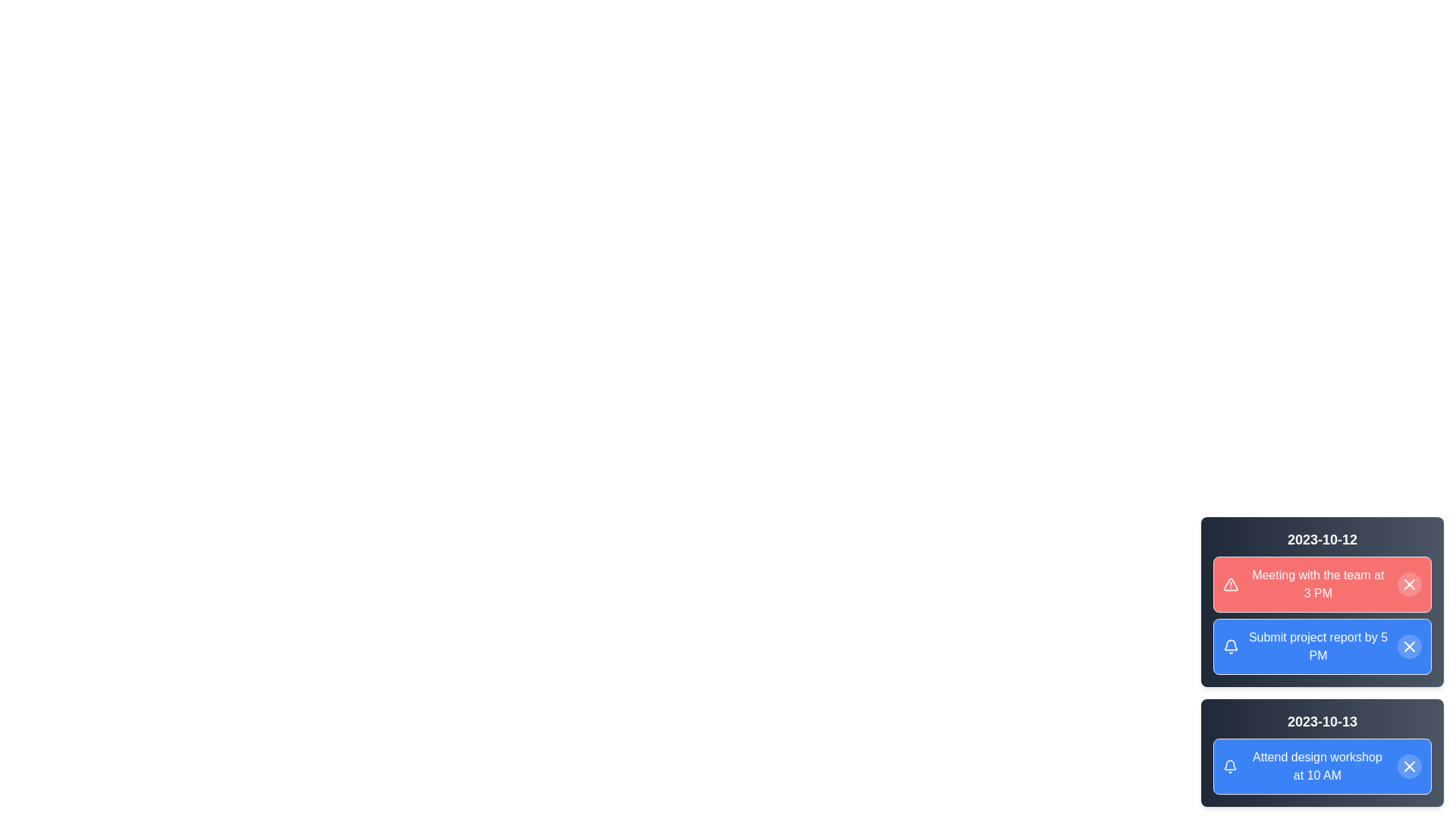 The image size is (1456, 819). Describe the element at coordinates (1321, 766) in the screenshot. I see `the notification with content 'Attend design workshop at 10 AM'` at that location.